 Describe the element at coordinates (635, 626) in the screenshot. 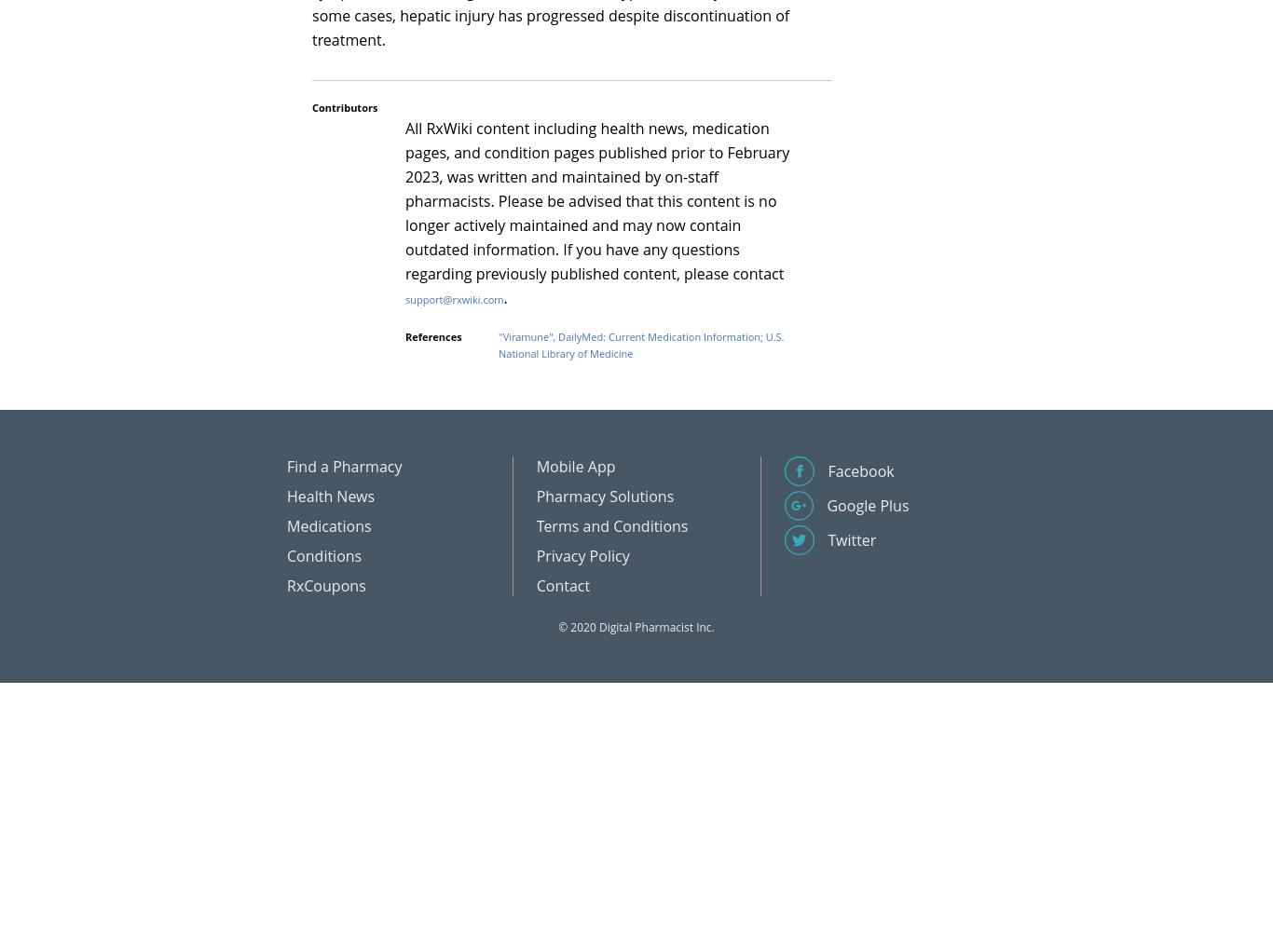

I see `'© 2020 Digital Pharmacist Inc.'` at that location.